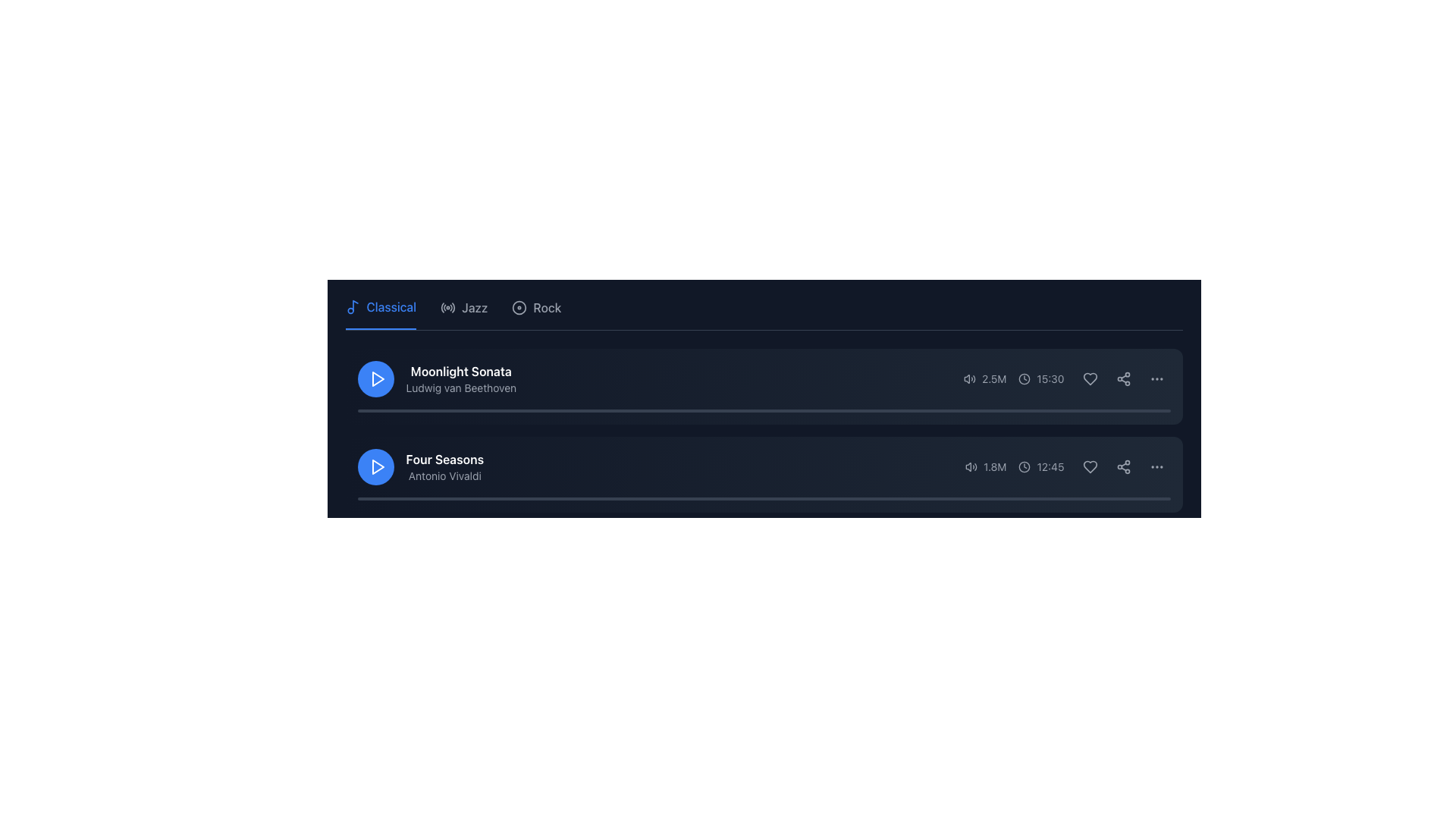 The image size is (1456, 819). Describe the element at coordinates (519, 307) in the screenshot. I see `the circular button-like graphic icon in the 'Rock' tab header` at that location.